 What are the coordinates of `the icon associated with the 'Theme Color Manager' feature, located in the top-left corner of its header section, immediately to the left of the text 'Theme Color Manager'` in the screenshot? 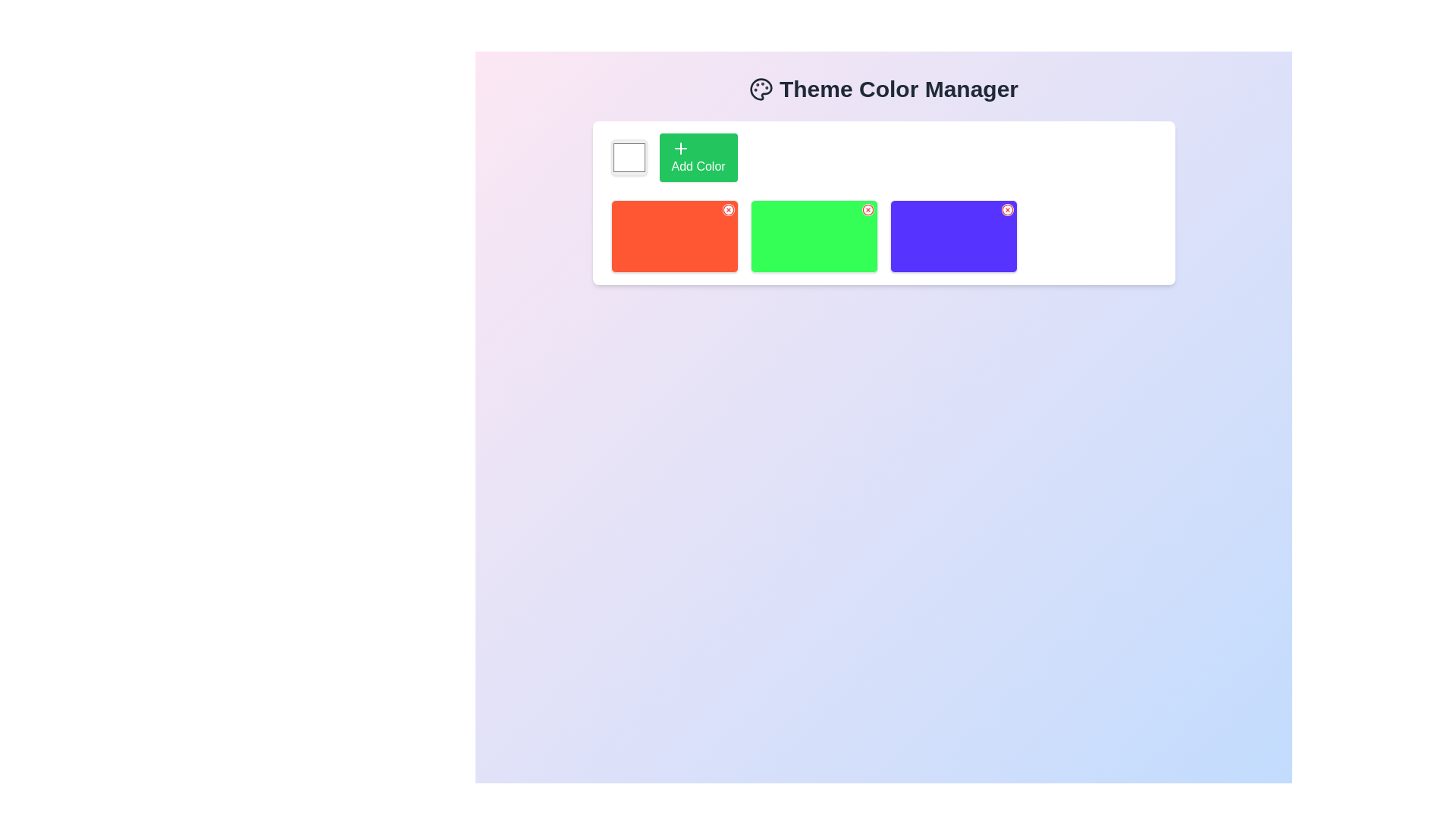 It's located at (761, 89).